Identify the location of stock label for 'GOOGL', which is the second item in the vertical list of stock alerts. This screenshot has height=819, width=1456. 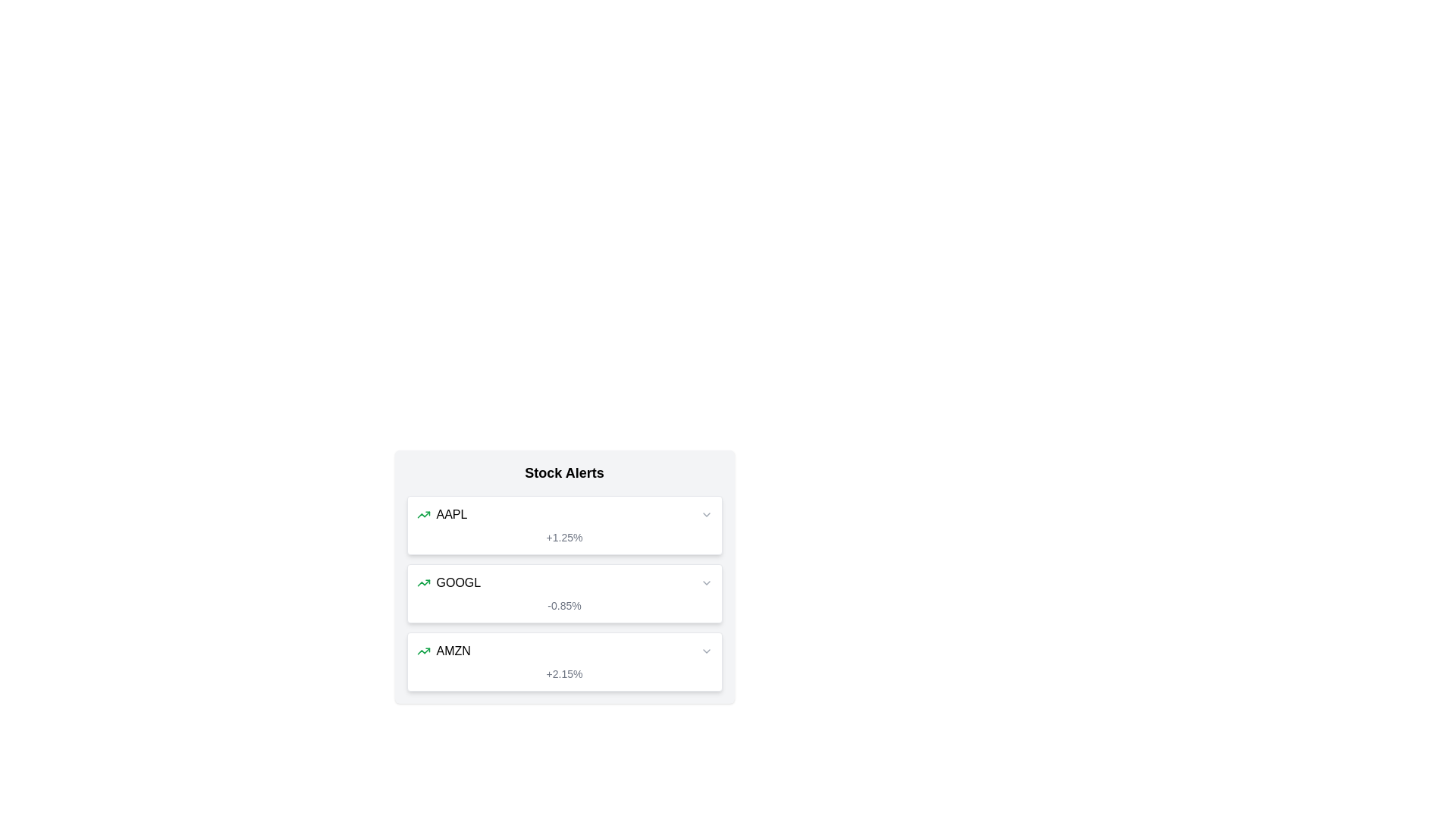
(447, 582).